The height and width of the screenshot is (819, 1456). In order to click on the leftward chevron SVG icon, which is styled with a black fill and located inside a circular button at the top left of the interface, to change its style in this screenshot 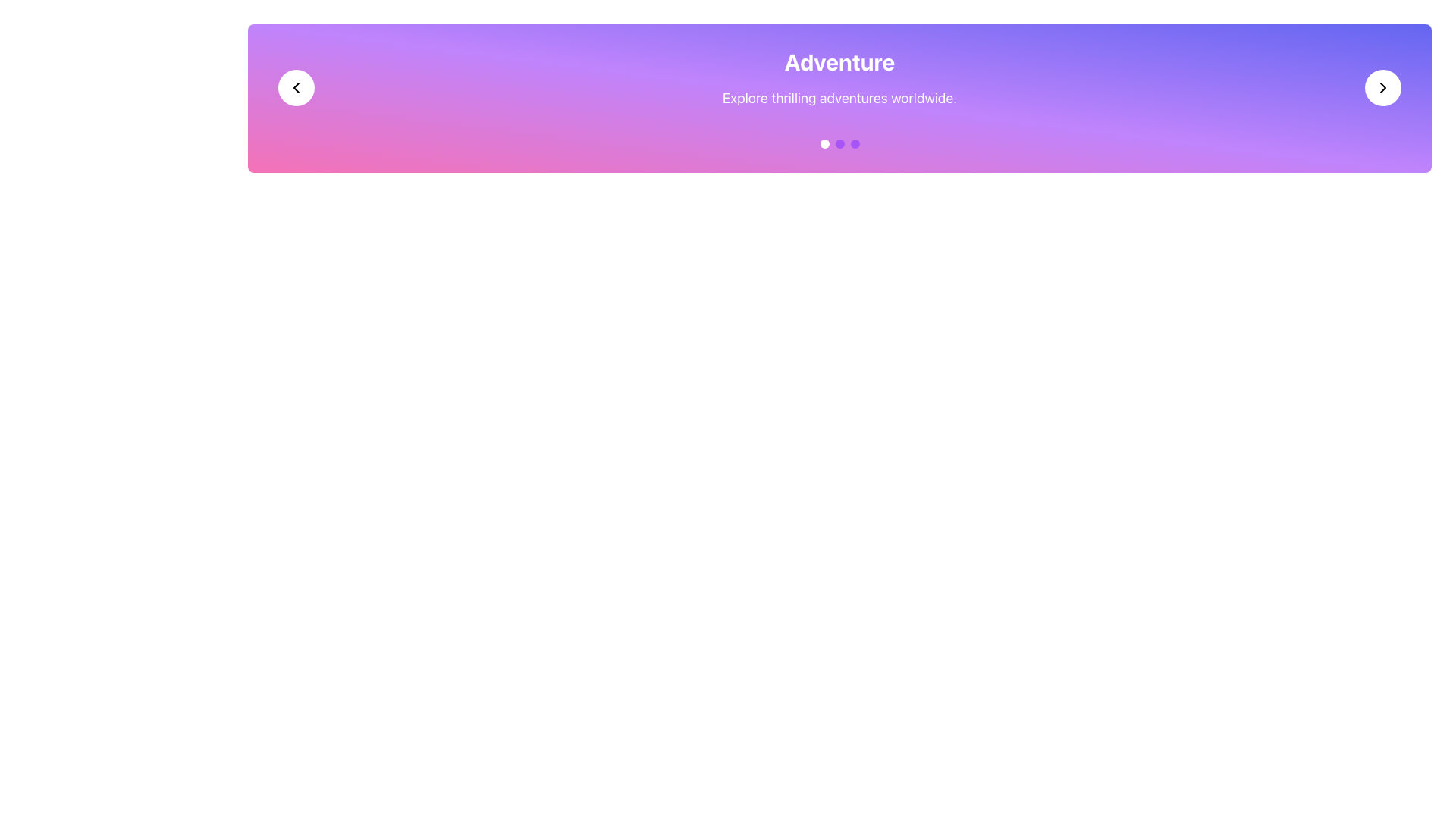, I will do `click(296, 87)`.